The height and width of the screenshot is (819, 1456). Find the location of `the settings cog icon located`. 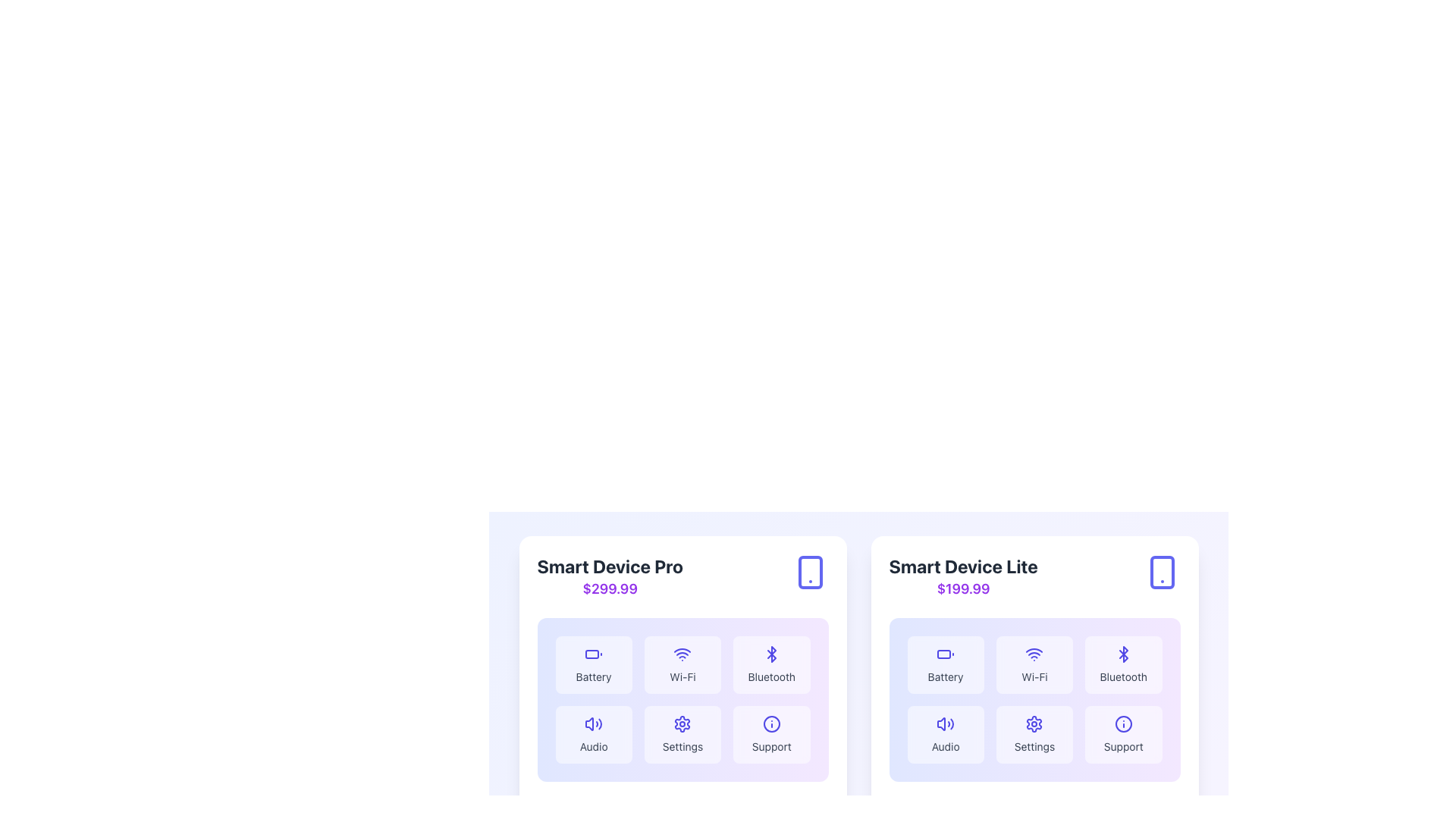

the settings cog icon located is located at coordinates (1034, 723).